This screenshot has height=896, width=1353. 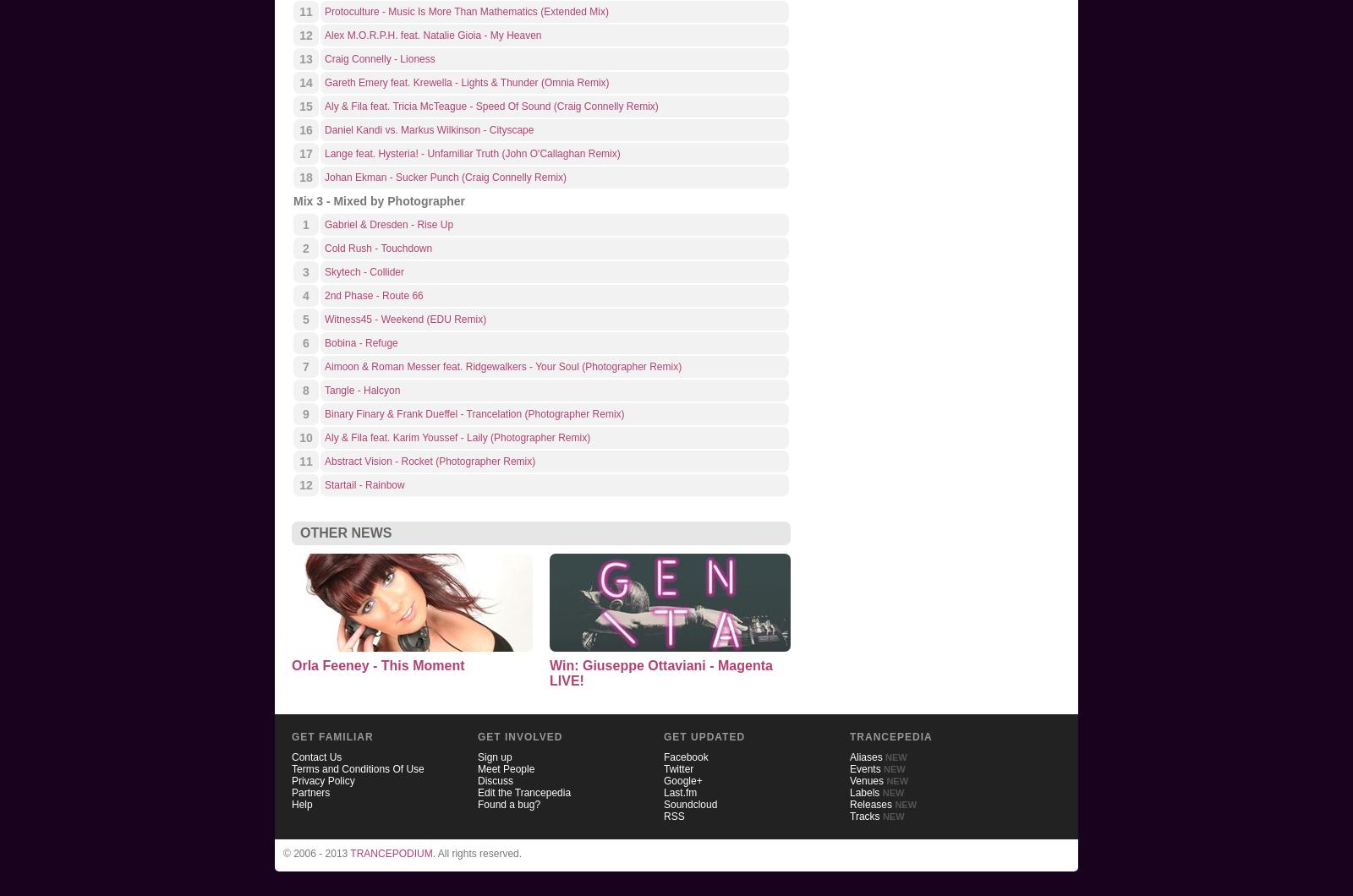 I want to click on '5', so click(x=305, y=319).